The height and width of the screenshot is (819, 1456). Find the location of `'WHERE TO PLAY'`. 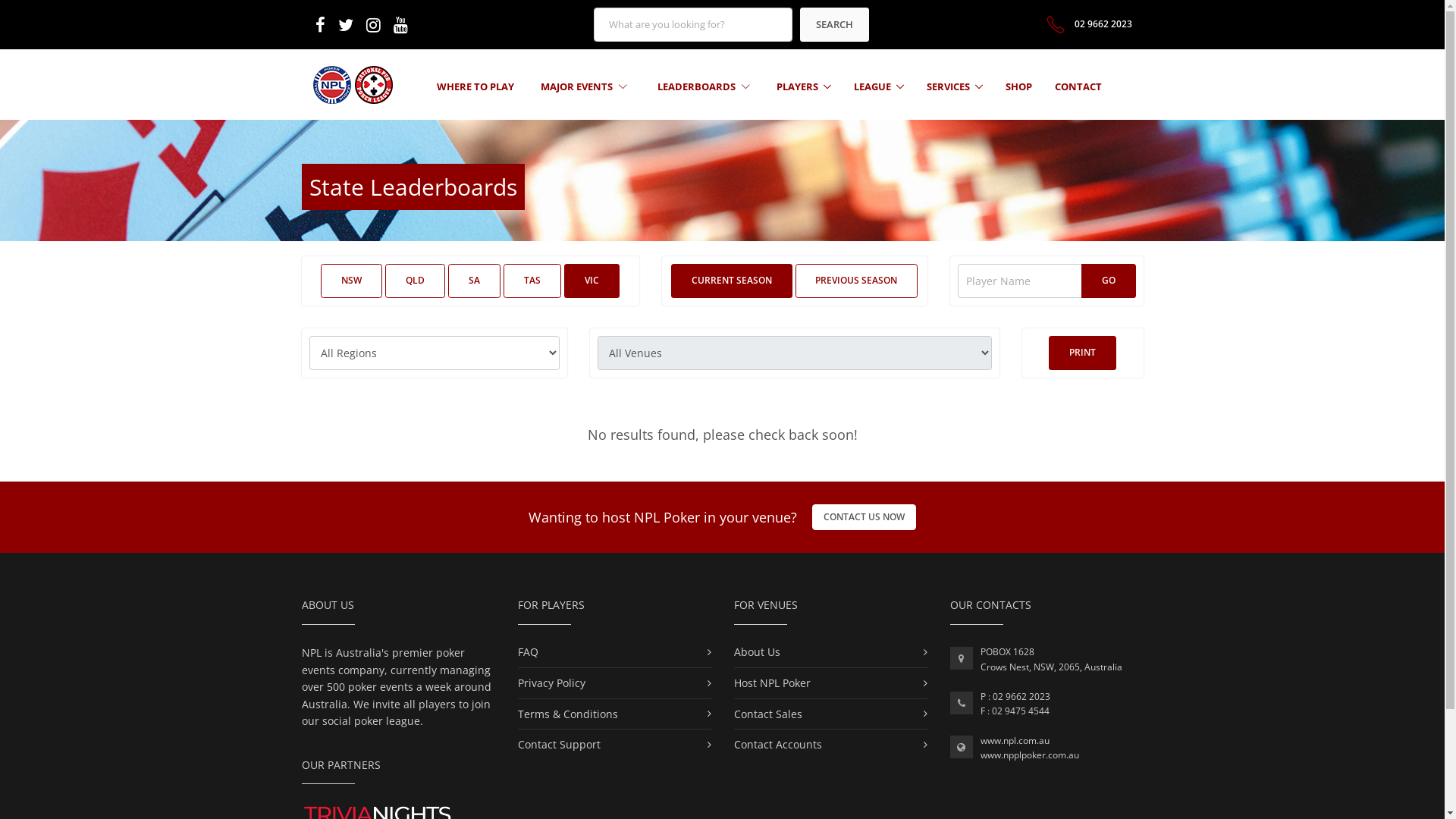

'WHERE TO PLAY' is located at coordinates (475, 86).